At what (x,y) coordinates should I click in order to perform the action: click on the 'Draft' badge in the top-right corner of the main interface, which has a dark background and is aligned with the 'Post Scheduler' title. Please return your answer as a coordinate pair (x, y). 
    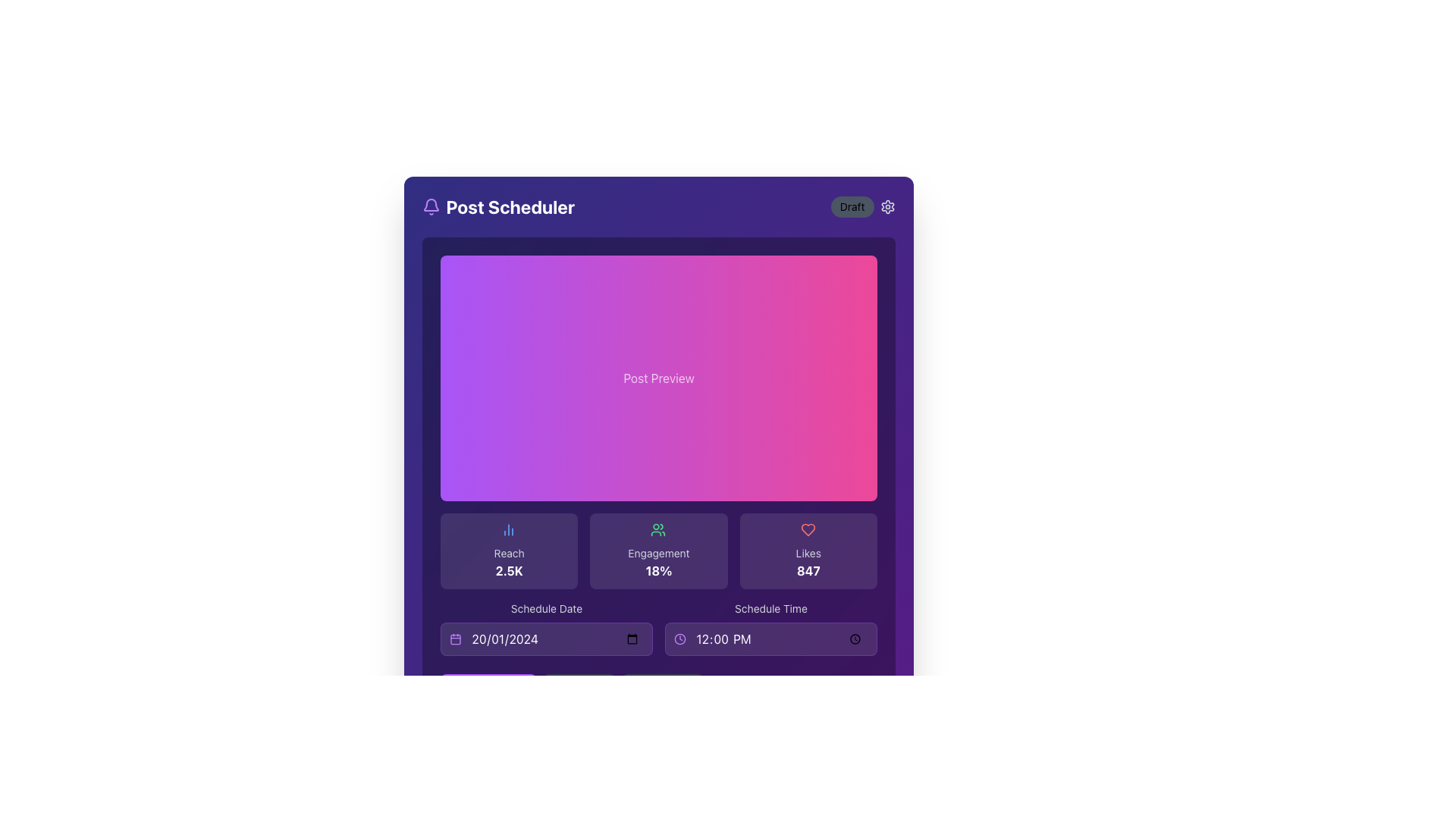
    Looking at the image, I should click on (863, 207).